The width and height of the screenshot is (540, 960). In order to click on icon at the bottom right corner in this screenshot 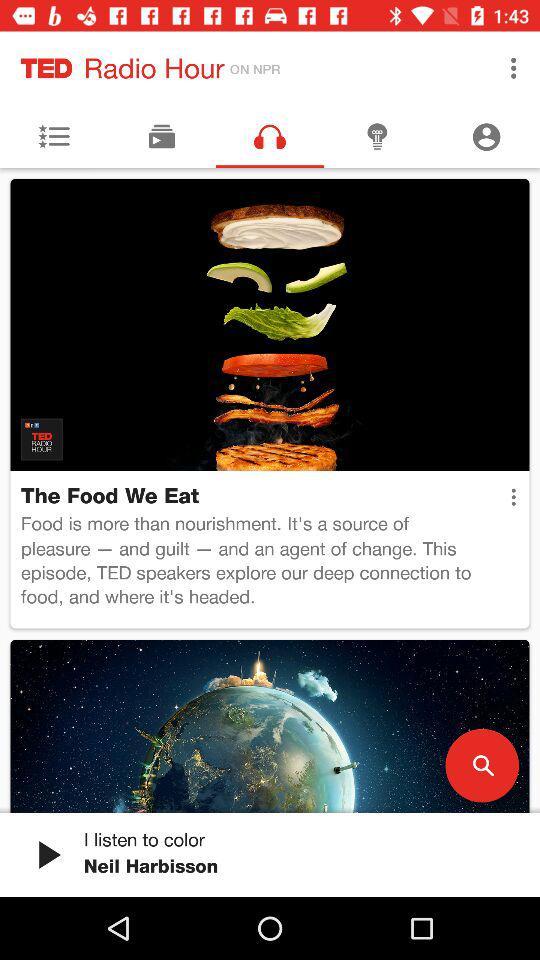, I will do `click(481, 764)`.